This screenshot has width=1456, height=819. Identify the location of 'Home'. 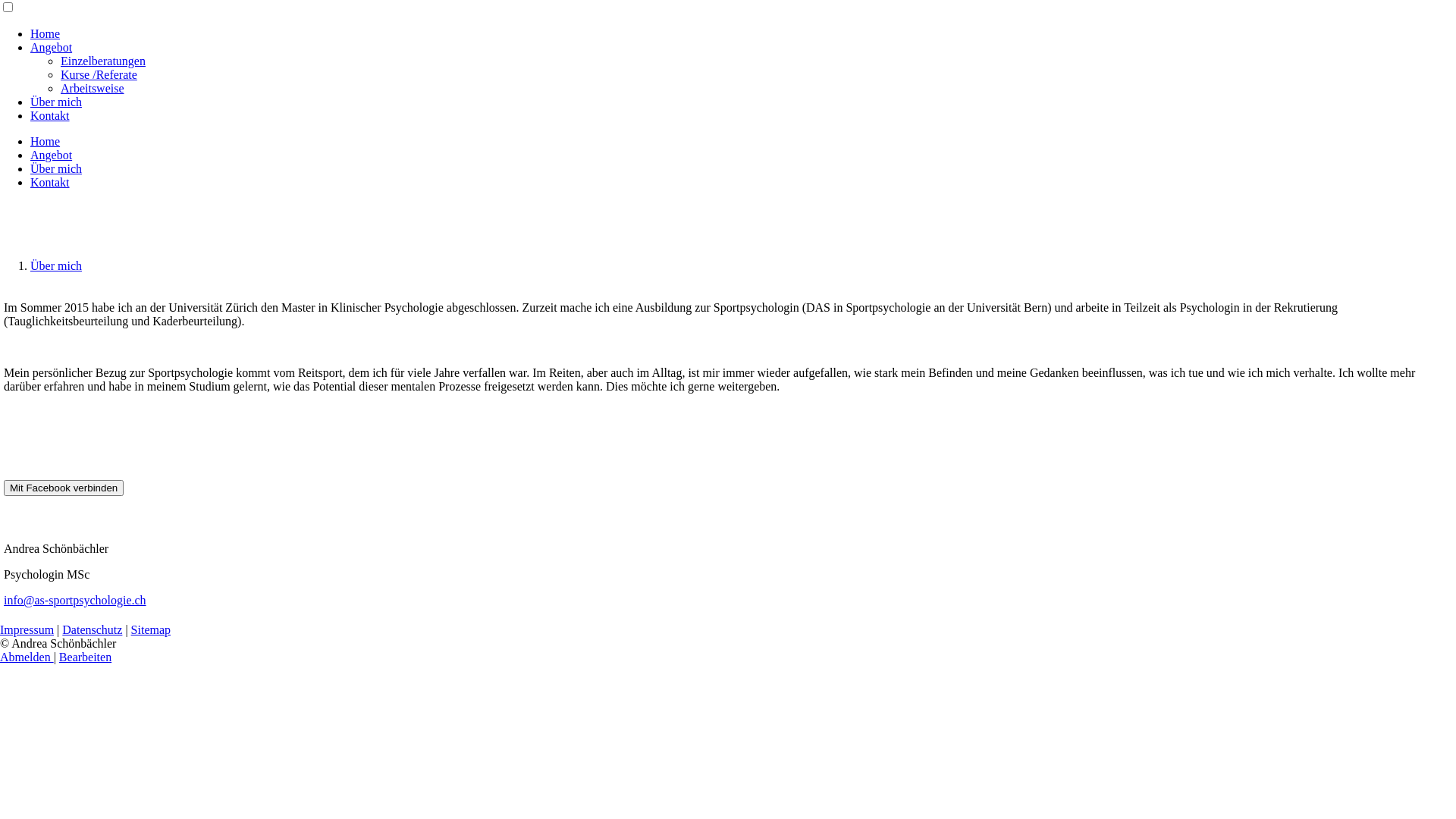
(45, 33).